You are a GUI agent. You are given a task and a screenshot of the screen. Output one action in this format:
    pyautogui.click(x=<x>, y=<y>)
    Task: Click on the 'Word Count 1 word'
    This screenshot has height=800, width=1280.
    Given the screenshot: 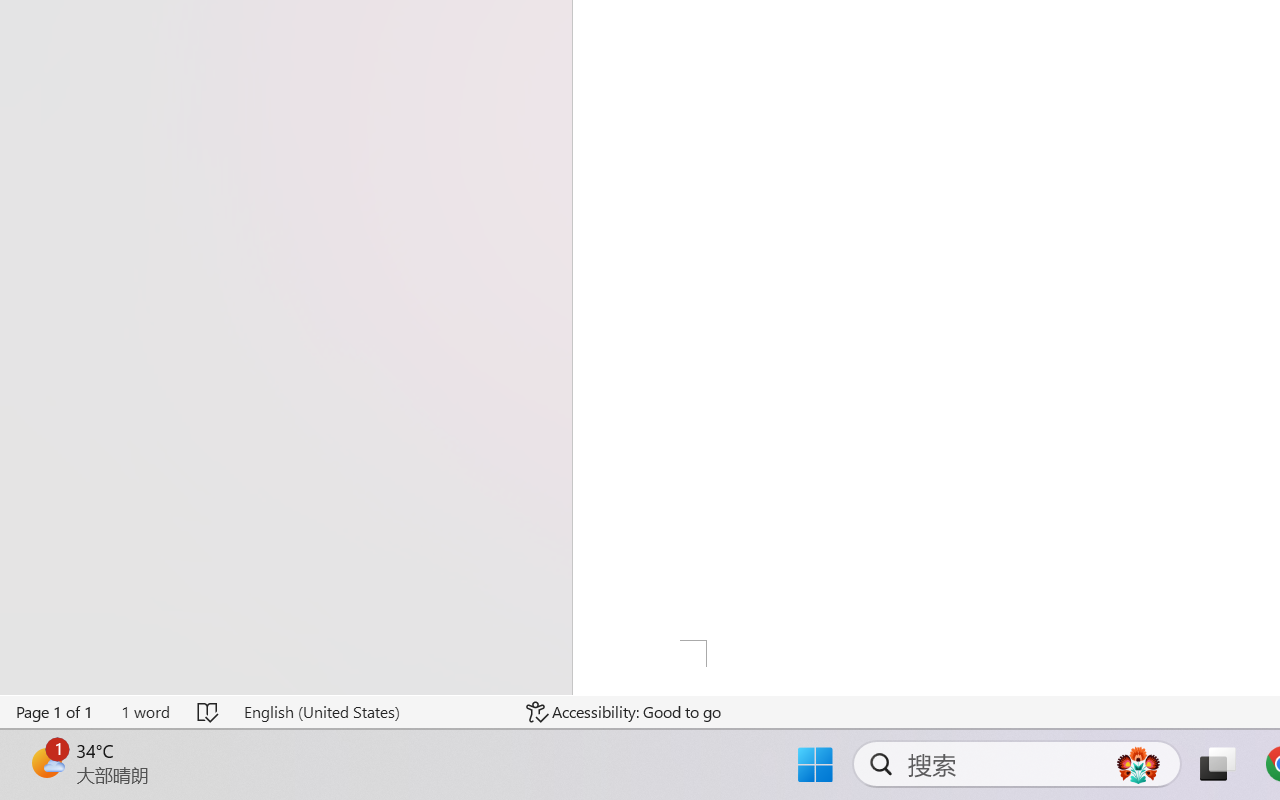 What is the action you would take?
    pyautogui.click(x=144, y=711)
    